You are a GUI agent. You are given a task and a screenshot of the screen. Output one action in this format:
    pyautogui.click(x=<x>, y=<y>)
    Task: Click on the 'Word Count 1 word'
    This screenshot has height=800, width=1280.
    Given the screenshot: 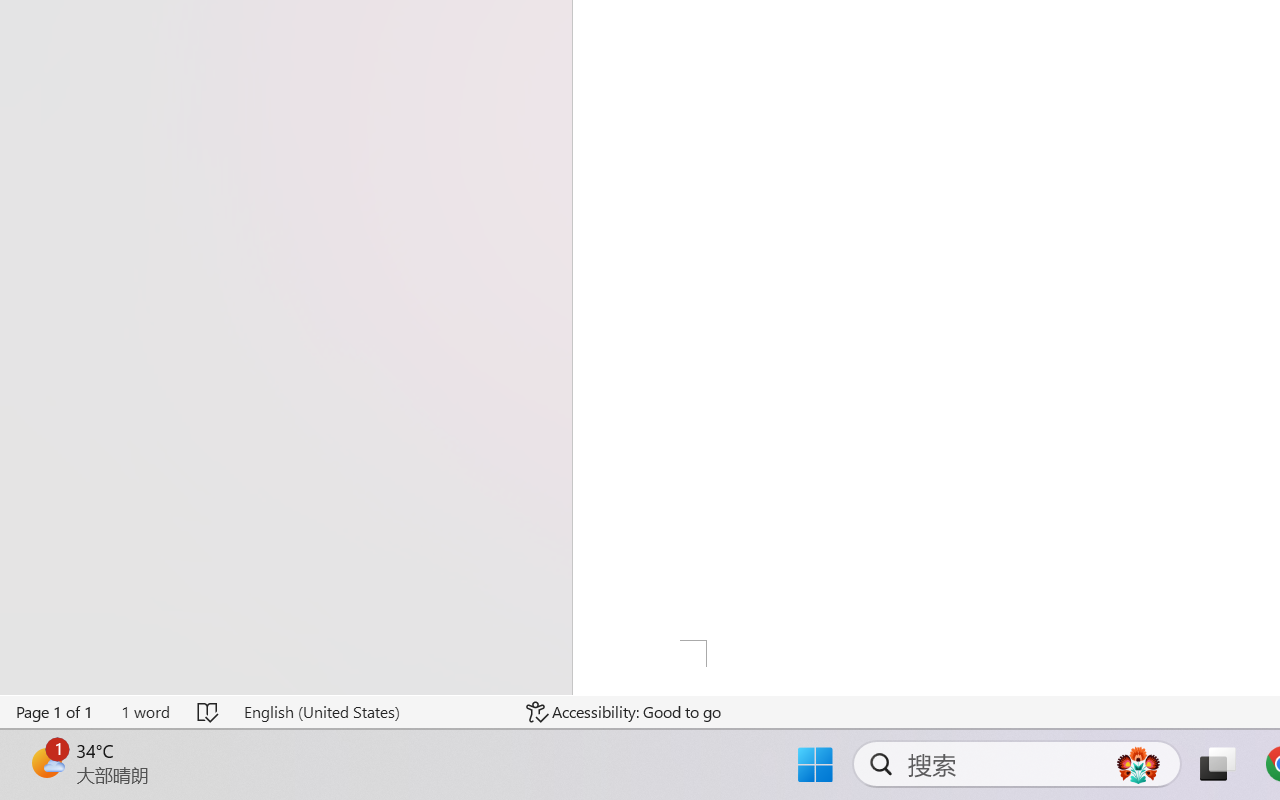 What is the action you would take?
    pyautogui.click(x=144, y=711)
    